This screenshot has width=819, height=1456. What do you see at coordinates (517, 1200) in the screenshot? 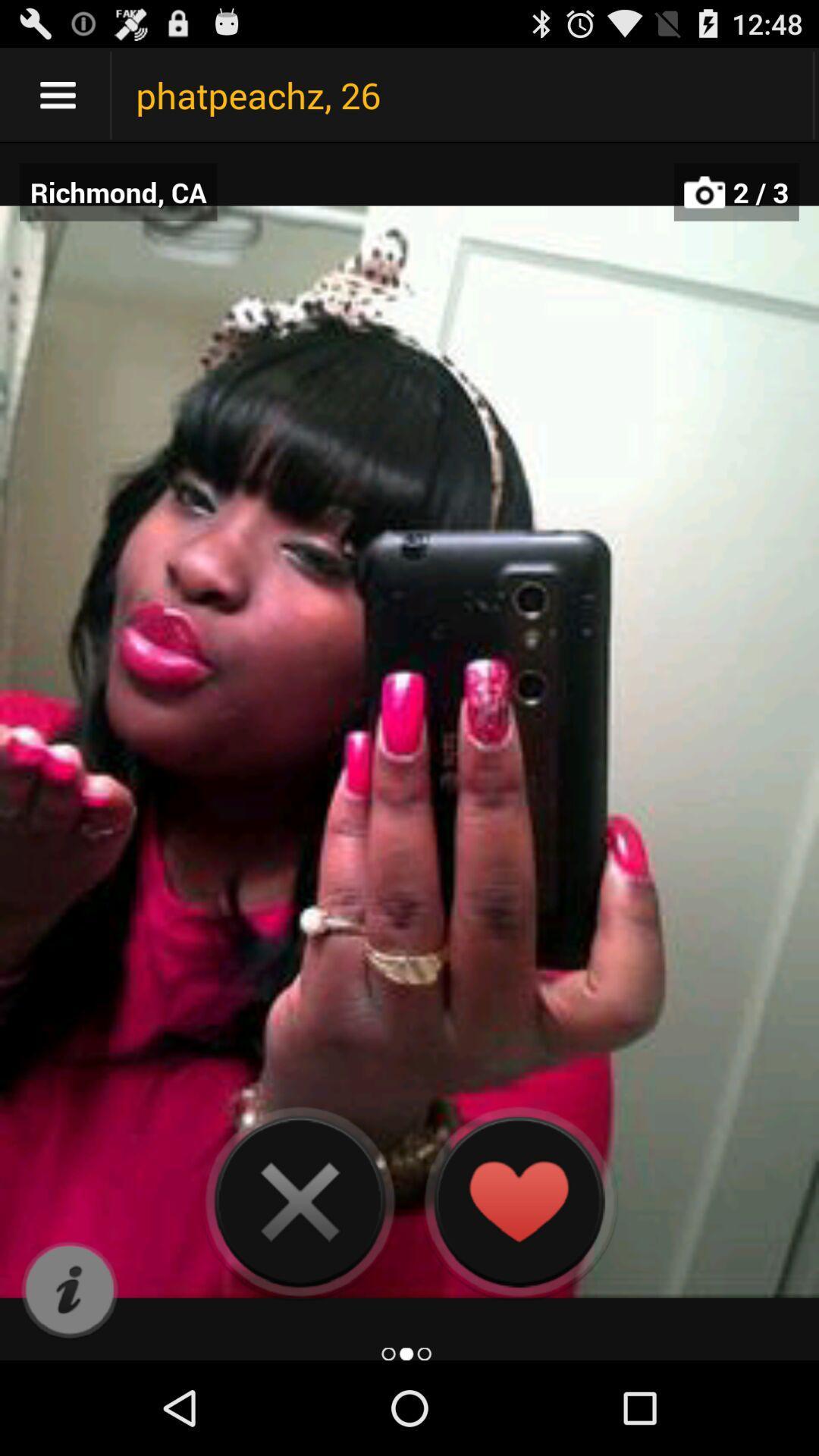
I see `like the photo` at bounding box center [517, 1200].